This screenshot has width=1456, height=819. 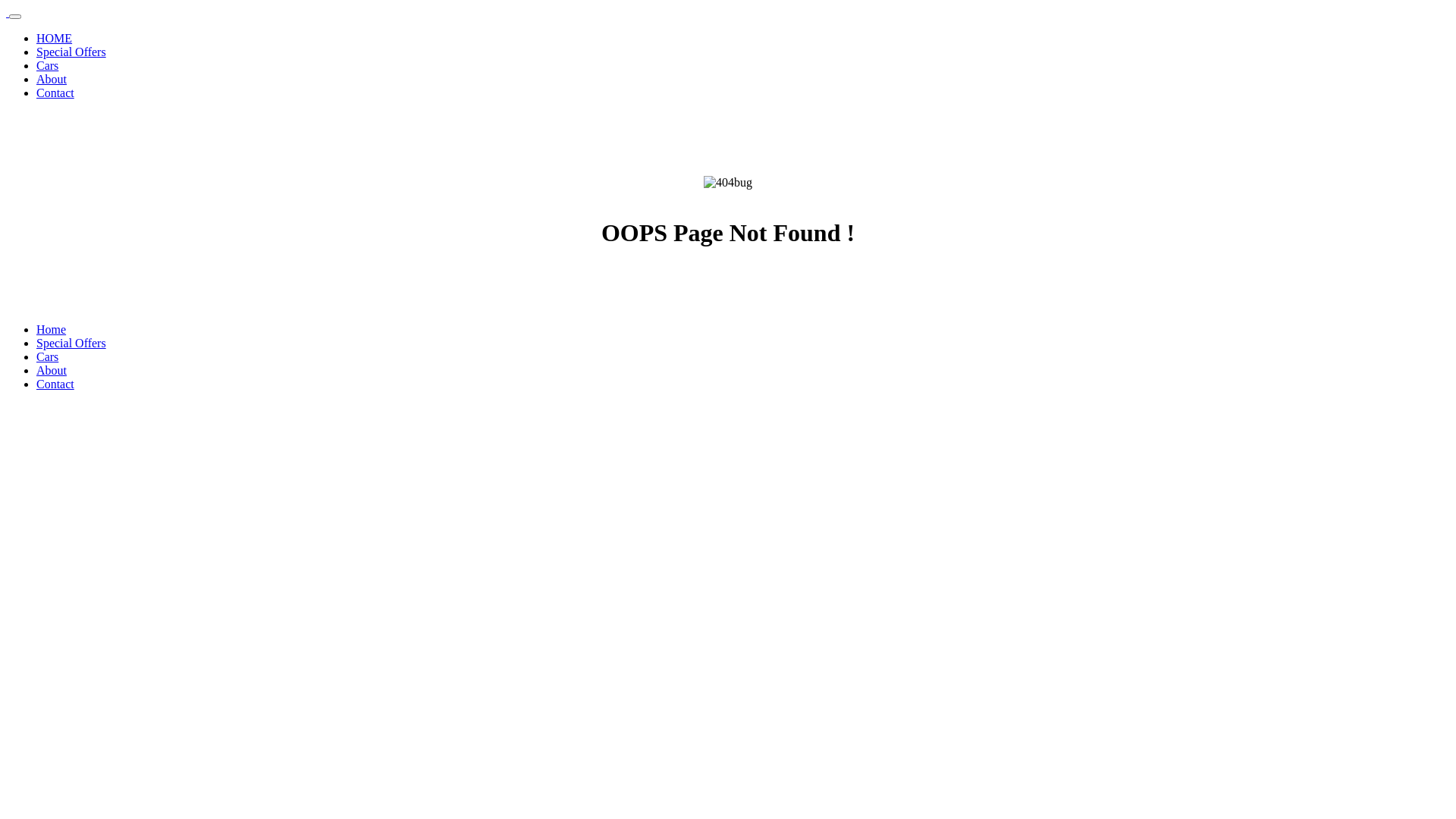 I want to click on 'Cars', so click(x=47, y=356).